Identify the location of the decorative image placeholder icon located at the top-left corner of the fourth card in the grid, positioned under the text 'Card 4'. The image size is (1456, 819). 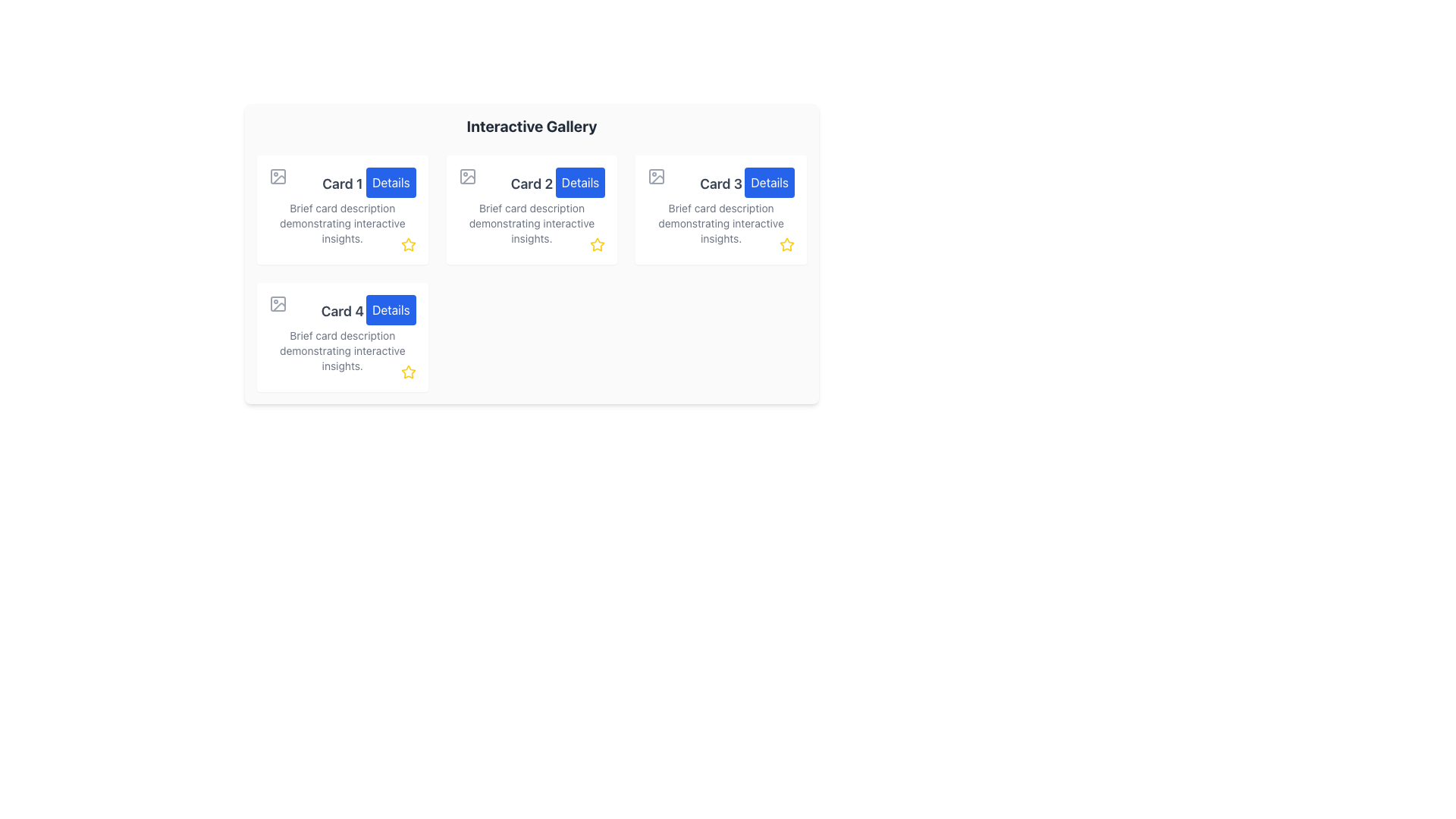
(278, 304).